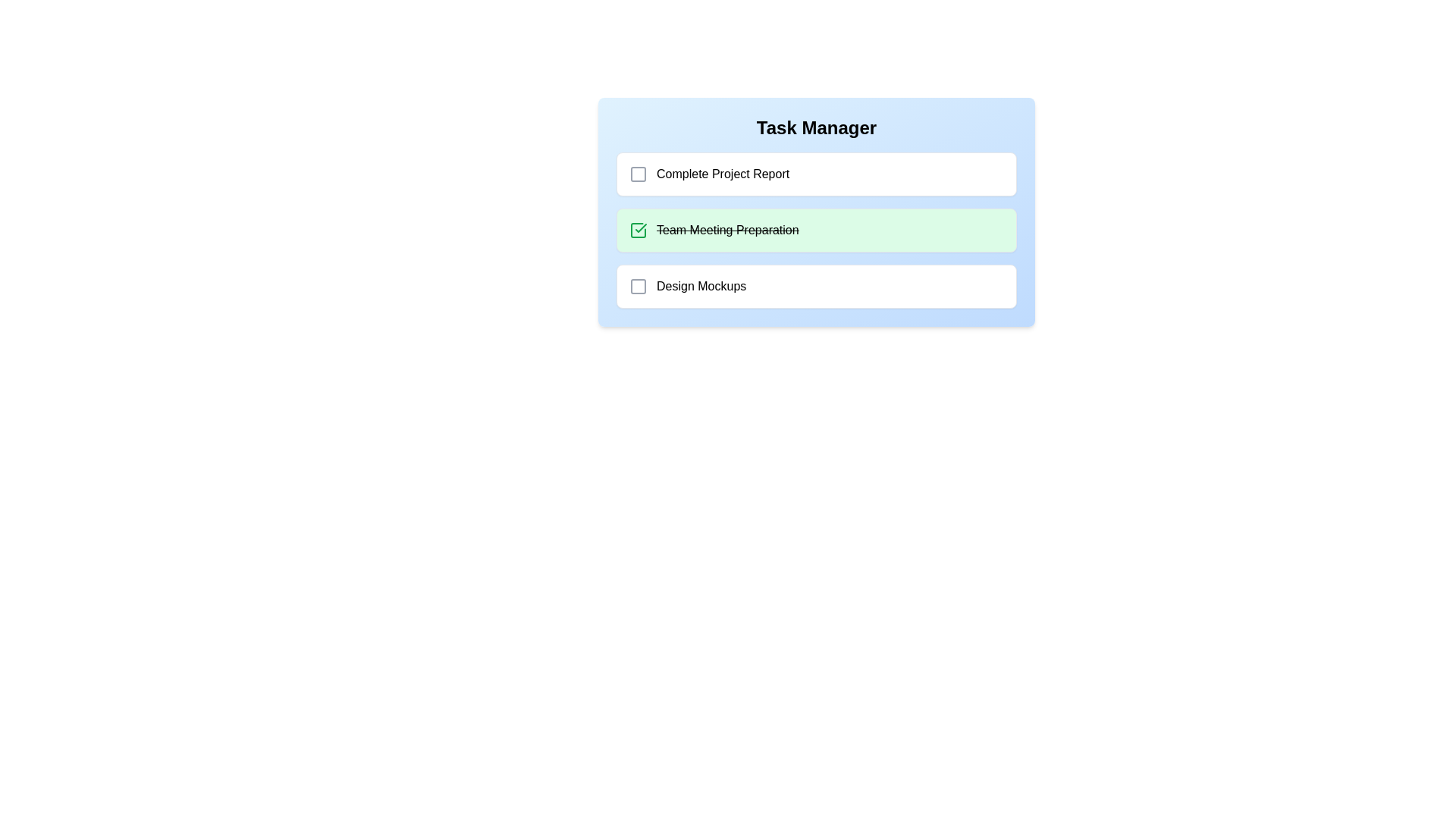 This screenshot has height=819, width=1456. Describe the element at coordinates (638, 231) in the screenshot. I see `the outline shape of the checkbox indicating a checked state next to the task 'Team Meeting Preparation'` at that location.